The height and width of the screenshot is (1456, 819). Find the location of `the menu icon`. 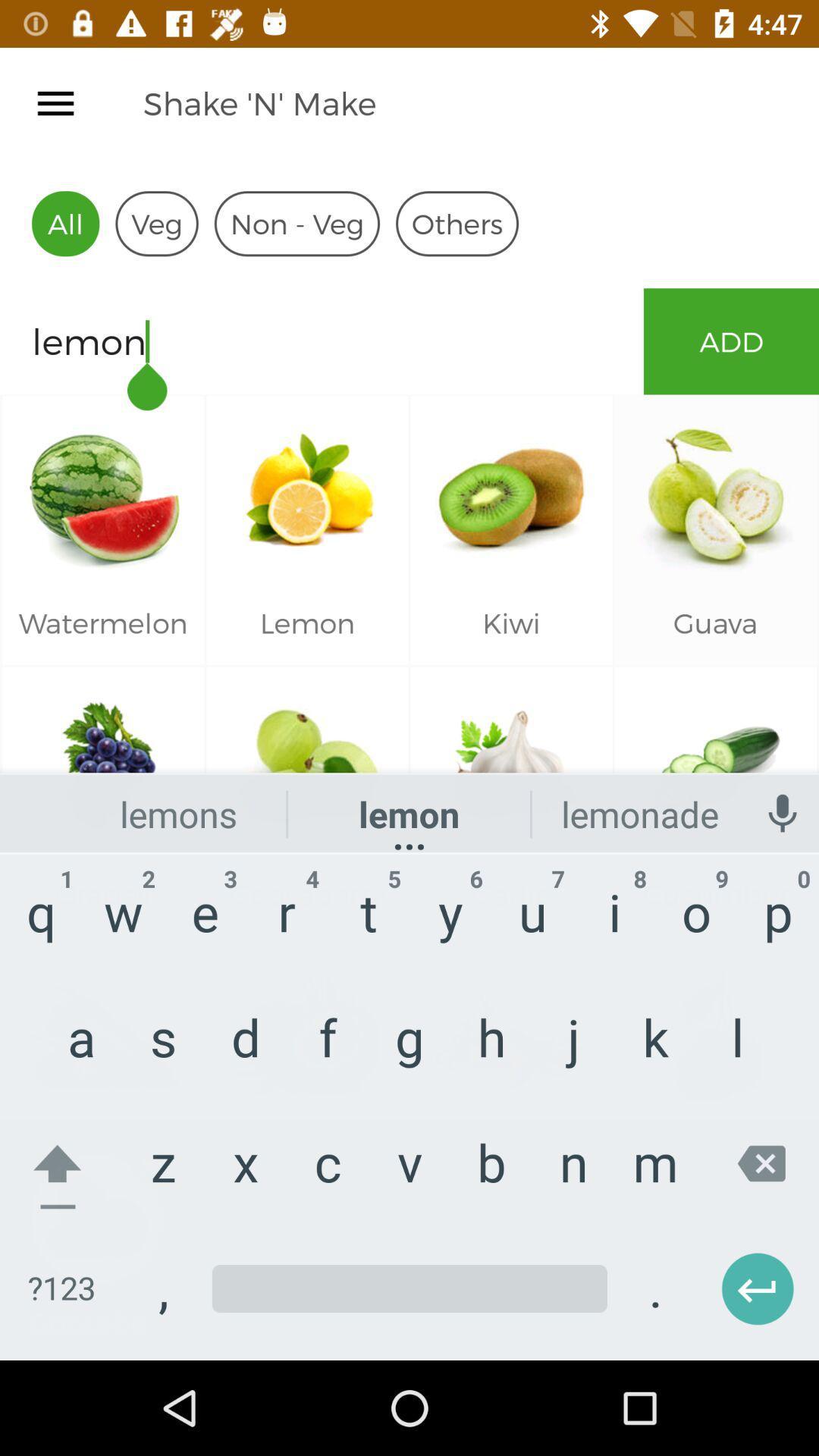

the menu icon is located at coordinates (55, 102).